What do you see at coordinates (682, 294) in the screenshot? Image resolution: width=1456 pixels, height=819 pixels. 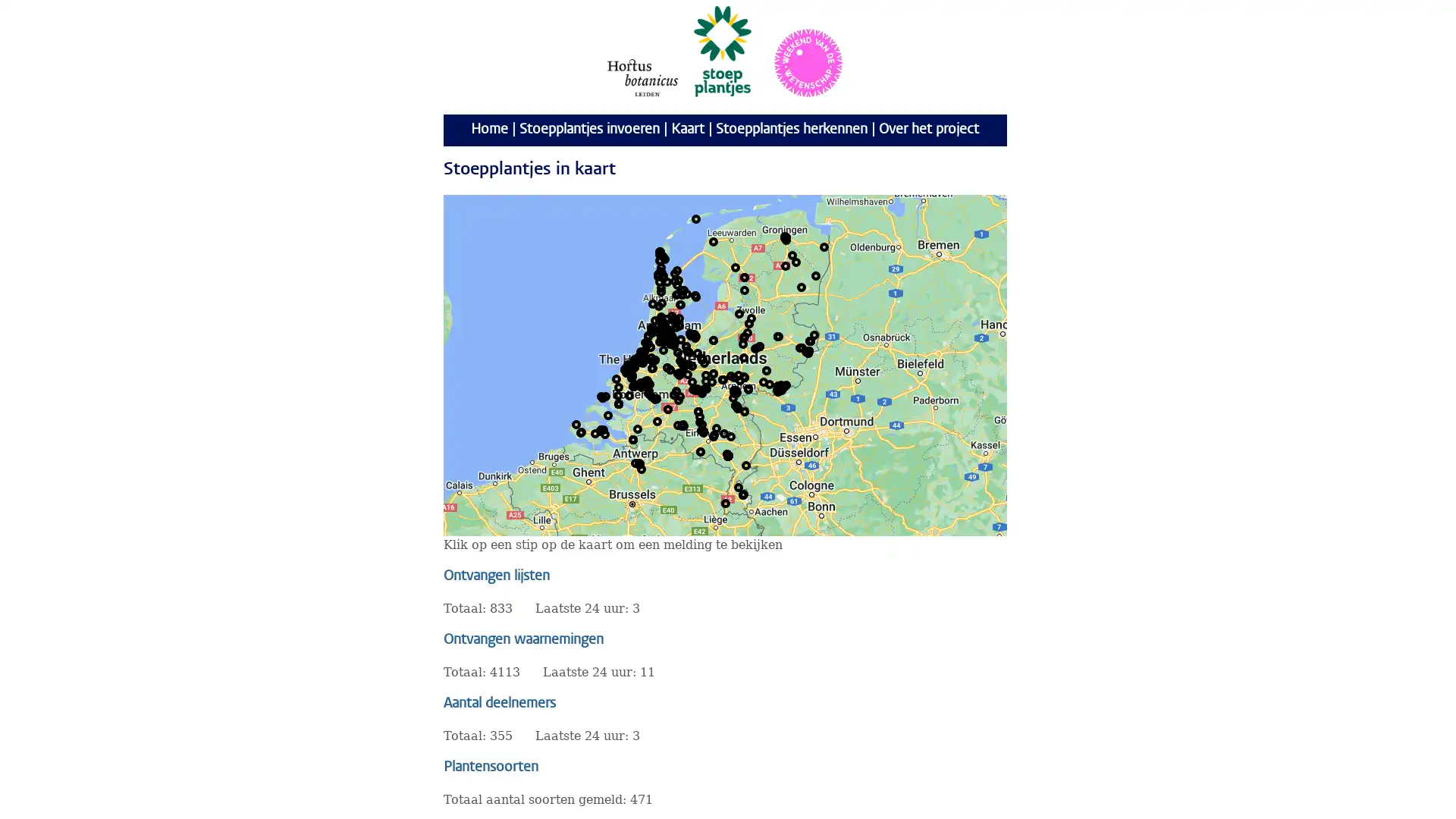 I see `Telling van op 21 januari 2022` at bounding box center [682, 294].